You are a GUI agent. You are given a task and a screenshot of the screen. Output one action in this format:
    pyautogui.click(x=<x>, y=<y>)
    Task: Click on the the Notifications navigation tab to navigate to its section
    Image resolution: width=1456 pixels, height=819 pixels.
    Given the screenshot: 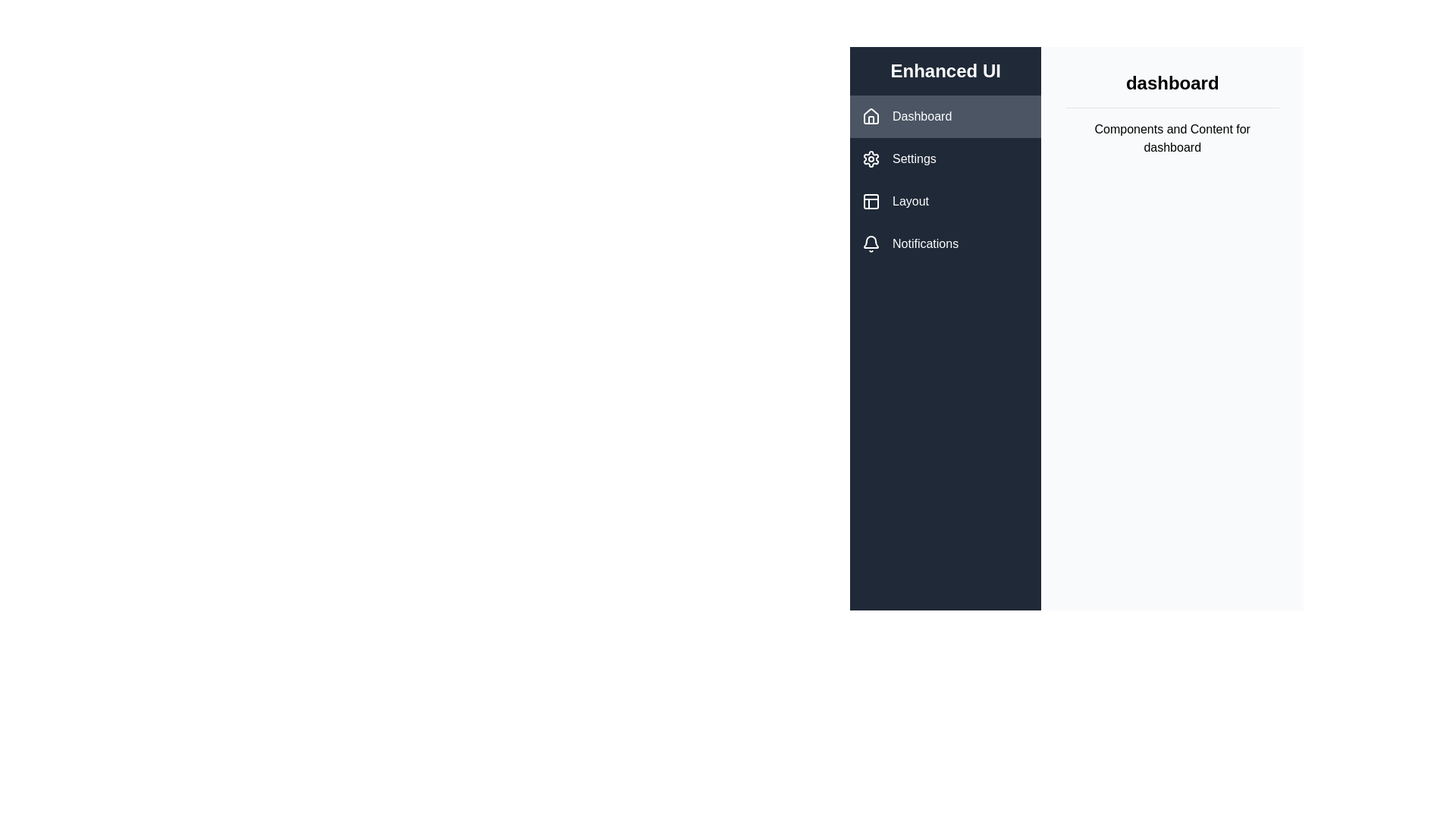 What is the action you would take?
    pyautogui.click(x=945, y=243)
    